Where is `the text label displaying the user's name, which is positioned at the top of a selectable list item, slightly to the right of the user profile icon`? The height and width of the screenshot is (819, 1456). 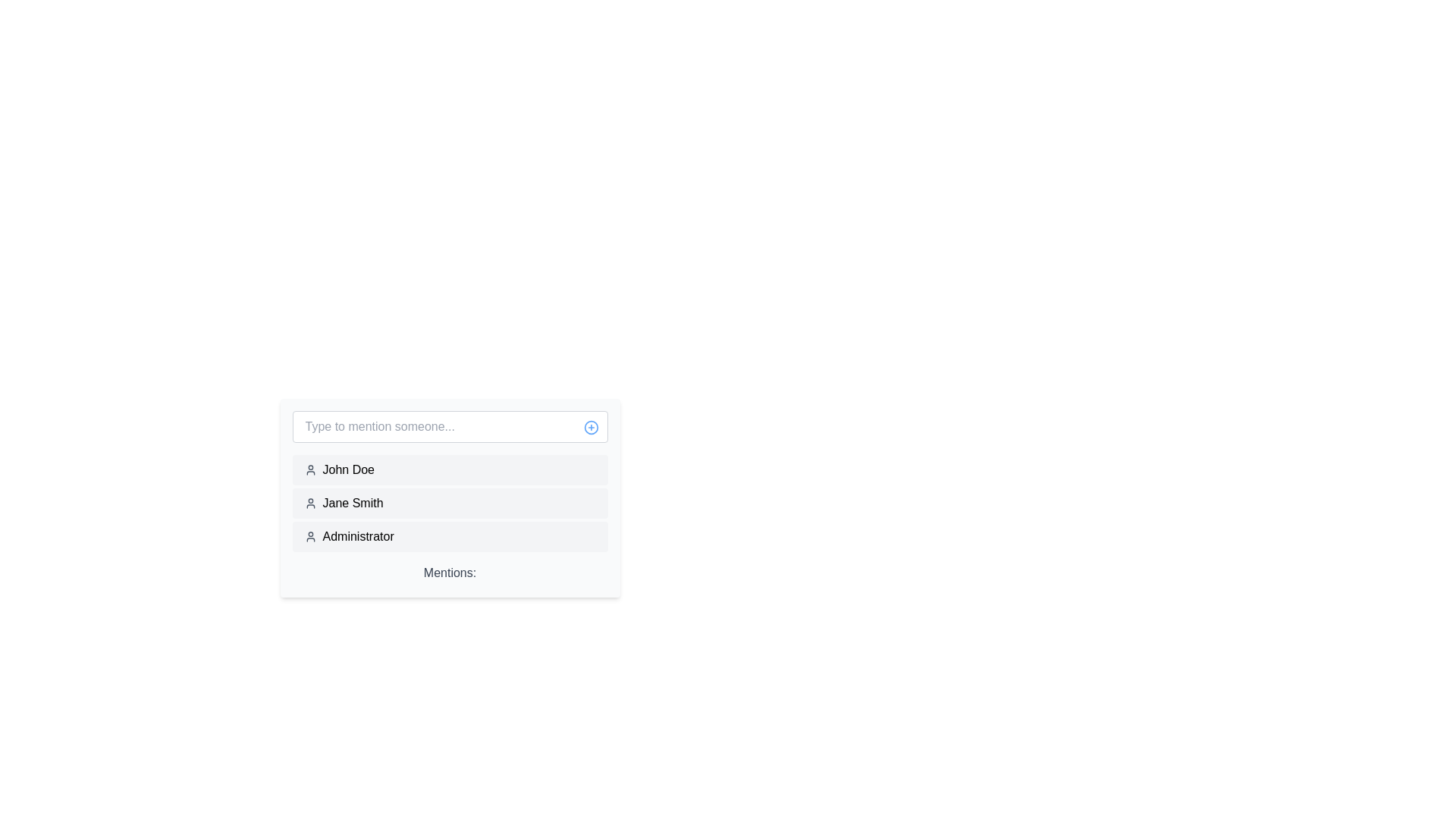 the text label displaying the user's name, which is positioned at the top of a selectable list item, slightly to the right of the user profile icon is located at coordinates (347, 469).